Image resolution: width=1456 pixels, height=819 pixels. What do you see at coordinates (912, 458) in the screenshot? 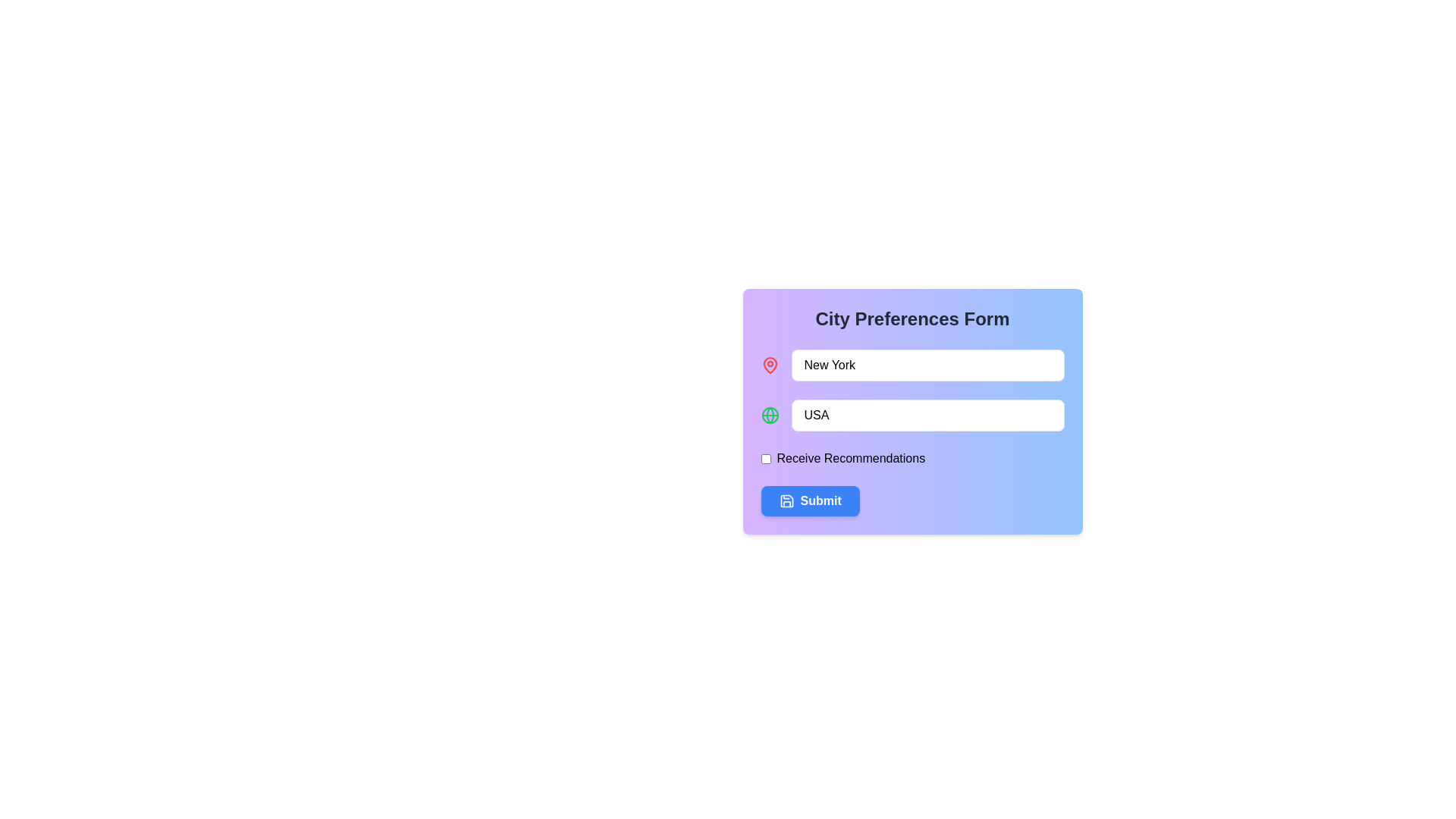
I see `the checkbox for receiving recommendations located below the 'City' and 'Country' input fields and above the 'Submit' button using keyboard navigation` at bounding box center [912, 458].